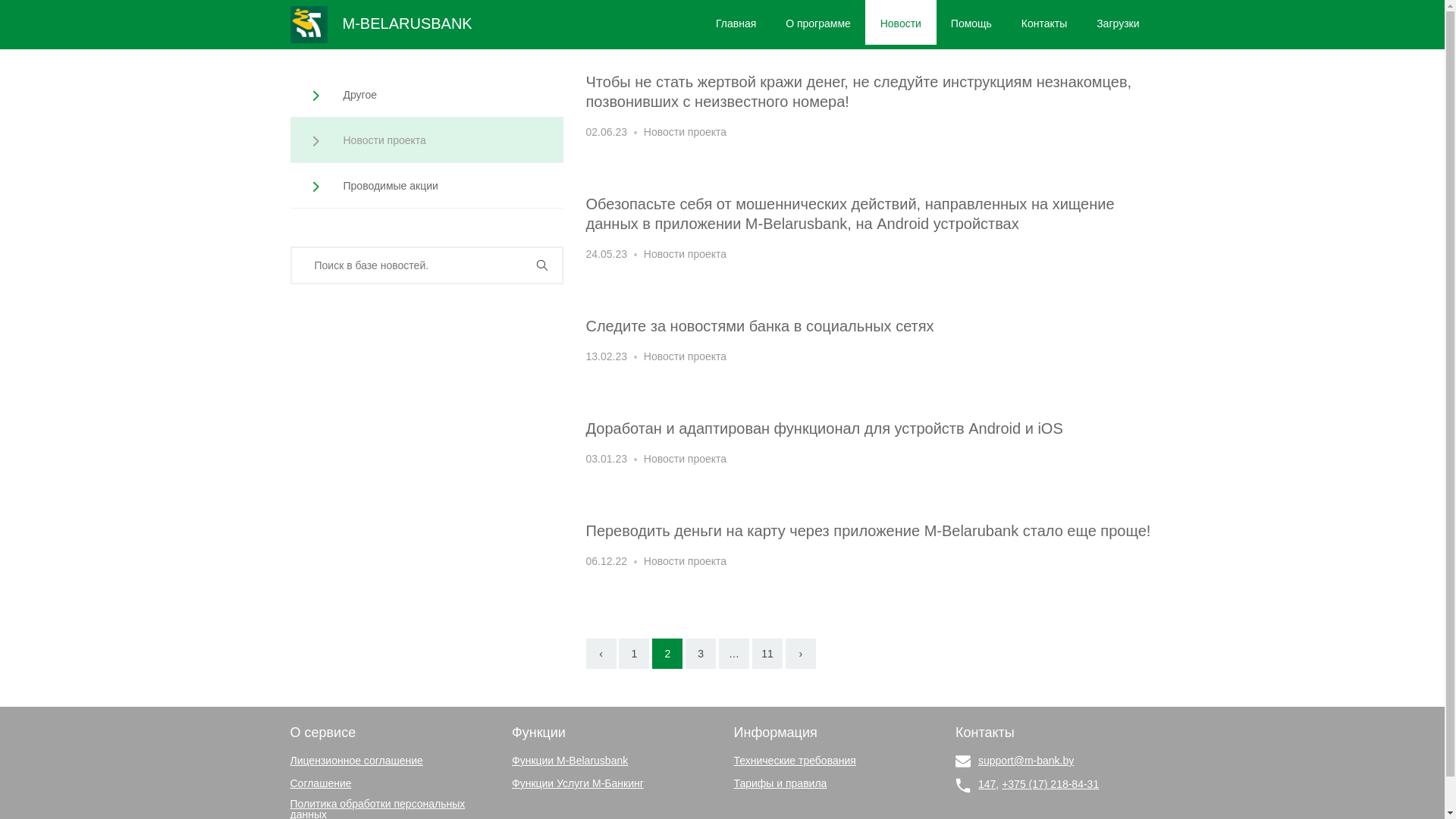 Image resolution: width=1456 pixels, height=819 pixels. I want to click on '1', so click(633, 652).